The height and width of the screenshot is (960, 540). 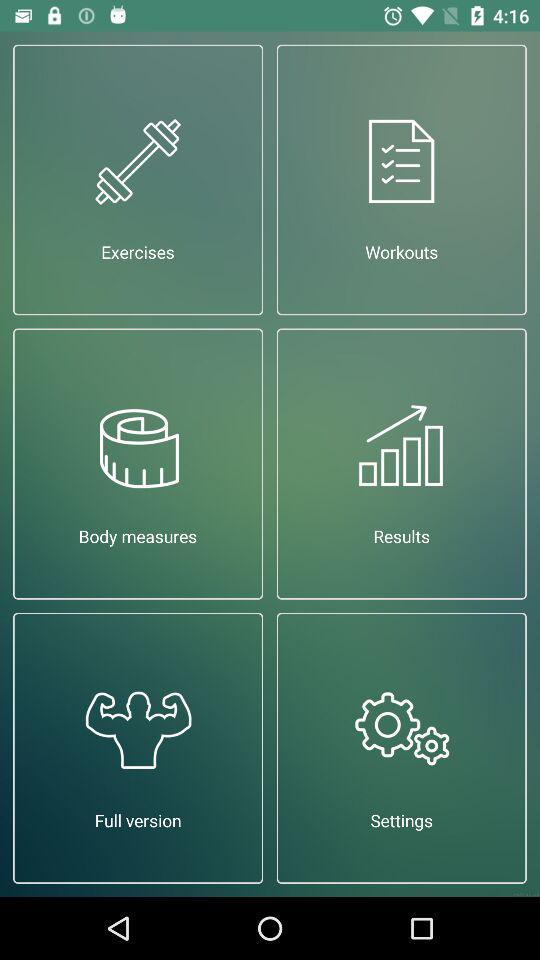 I want to click on icon next to the full version, so click(x=401, y=747).